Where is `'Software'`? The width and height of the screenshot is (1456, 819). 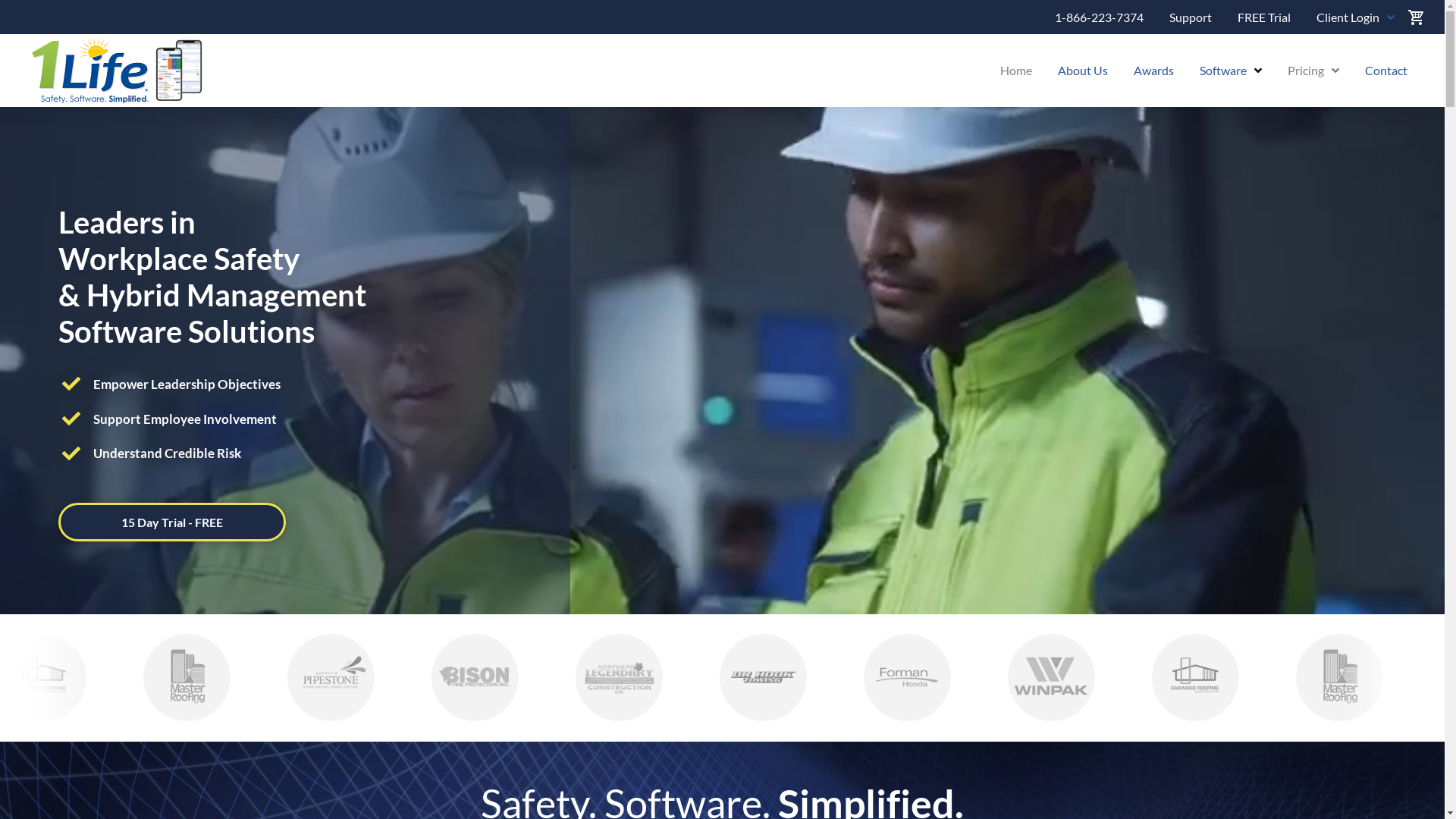 'Software' is located at coordinates (1185, 70).